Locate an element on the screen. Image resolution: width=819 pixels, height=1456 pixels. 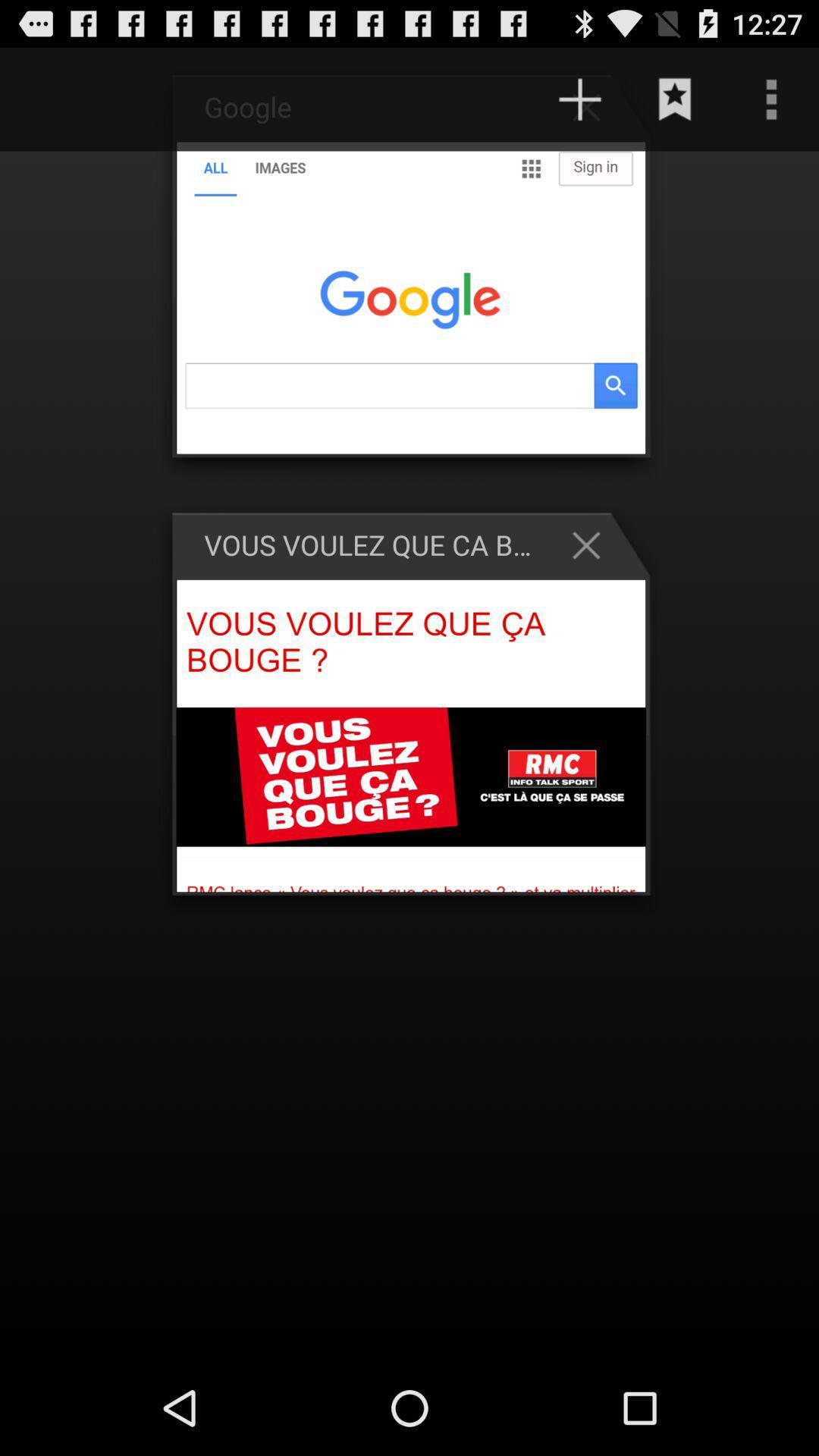
the bookmark icon is located at coordinates (675, 105).